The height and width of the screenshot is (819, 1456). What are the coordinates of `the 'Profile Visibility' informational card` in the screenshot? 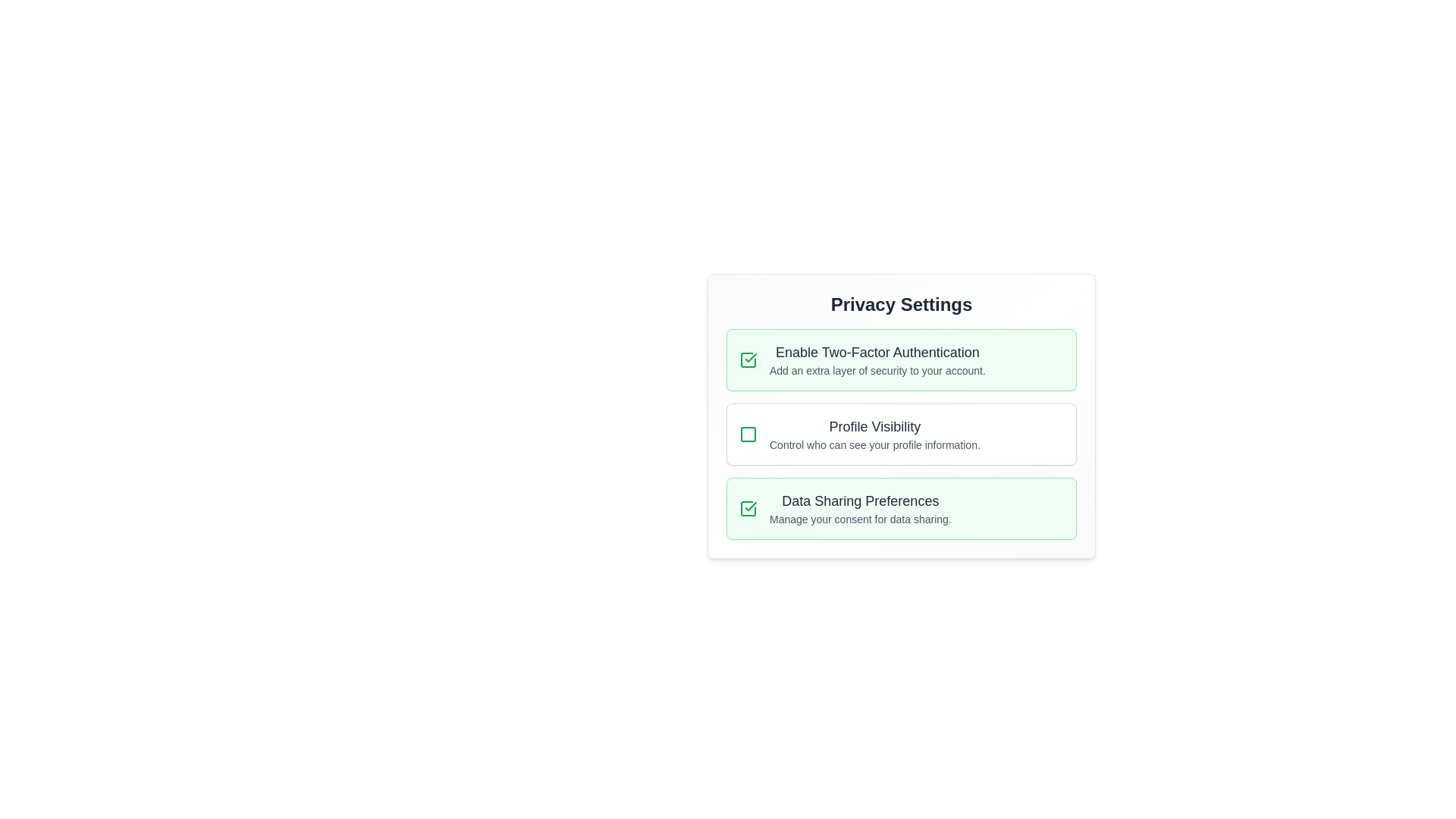 It's located at (902, 435).